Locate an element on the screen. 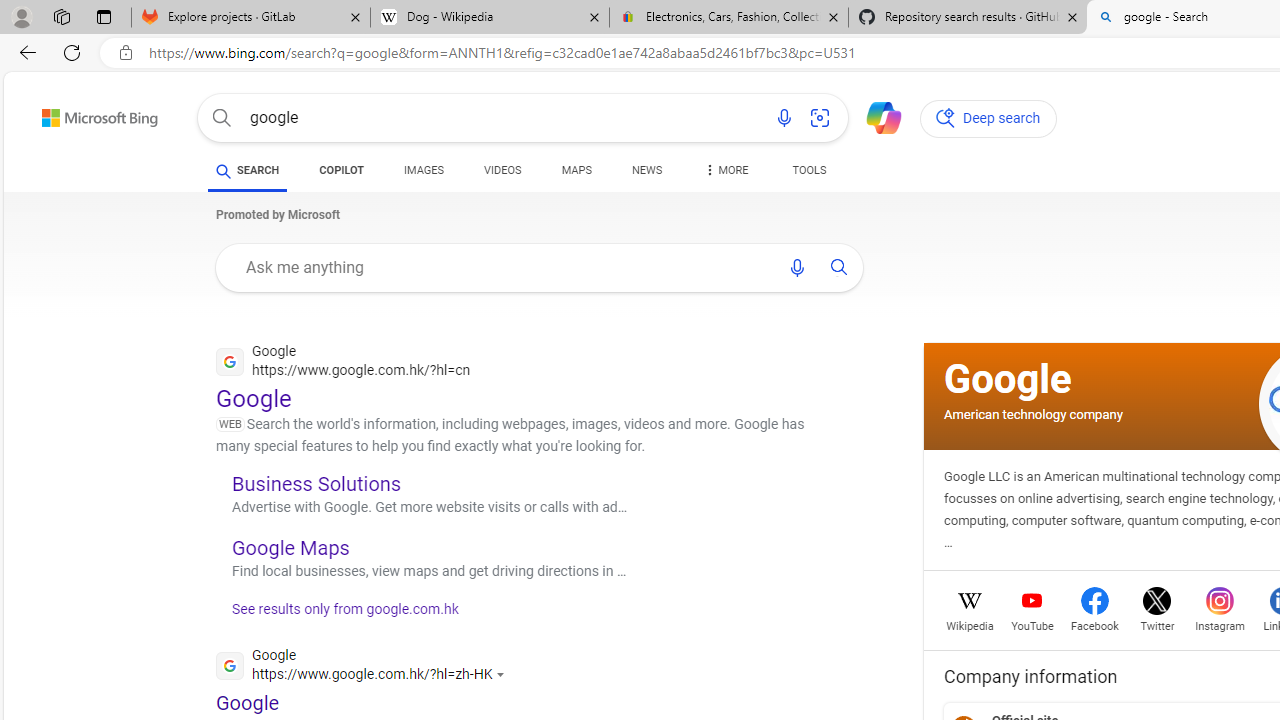 The image size is (1280, 720). 'COPILOT' is located at coordinates (341, 172).